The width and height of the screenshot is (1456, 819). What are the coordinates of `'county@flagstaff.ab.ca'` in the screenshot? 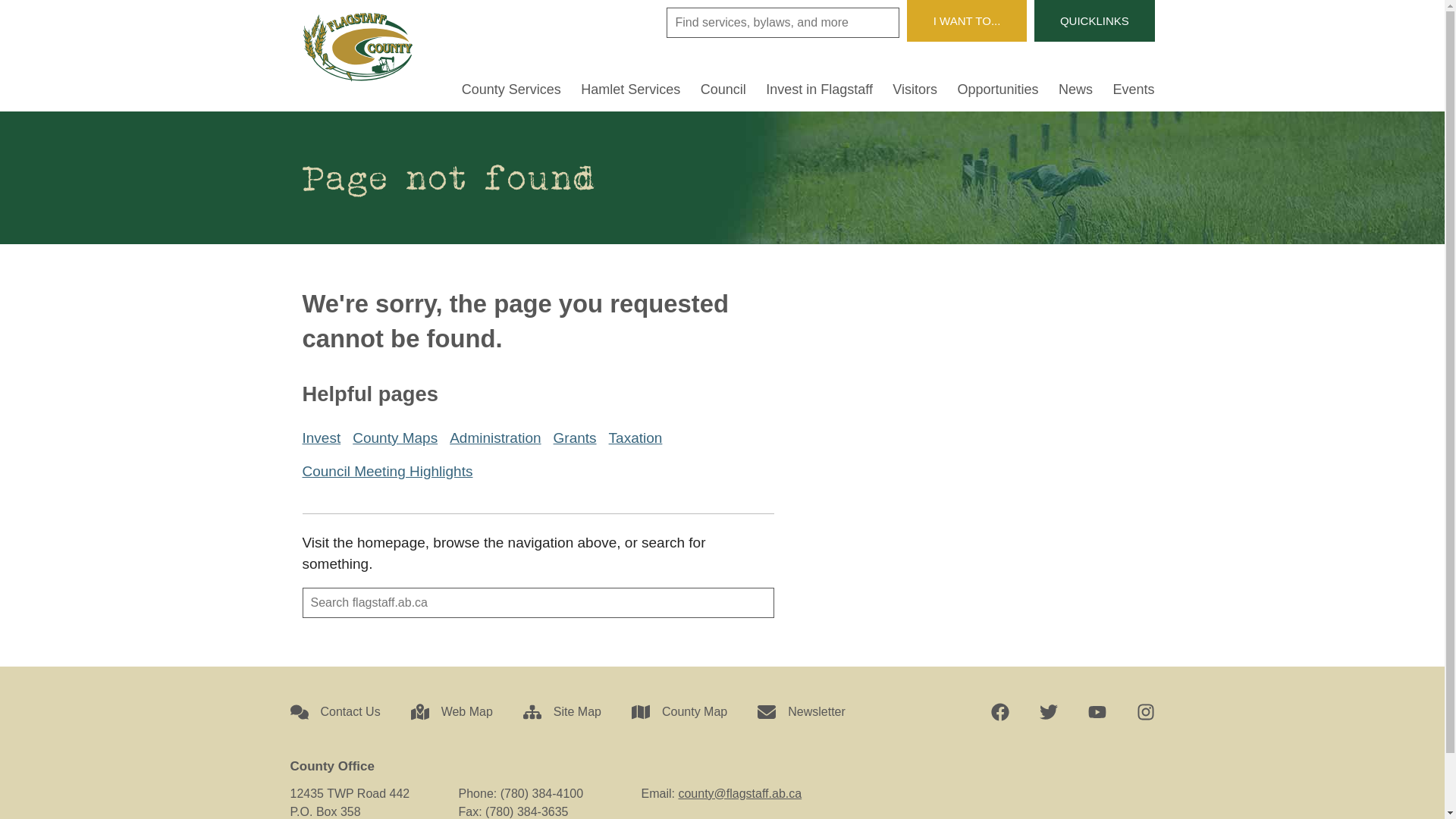 It's located at (739, 792).